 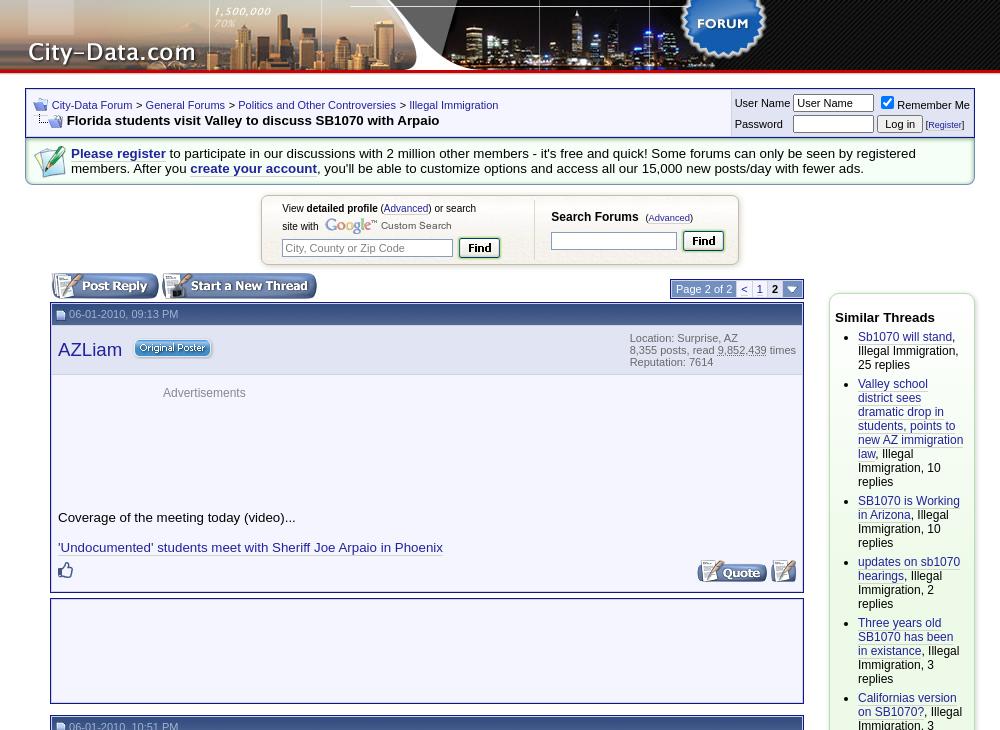 What do you see at coordinates (452, 103) in the screenshot?
I see `'Illegal Immigration'` at bounding box center [452, 103].